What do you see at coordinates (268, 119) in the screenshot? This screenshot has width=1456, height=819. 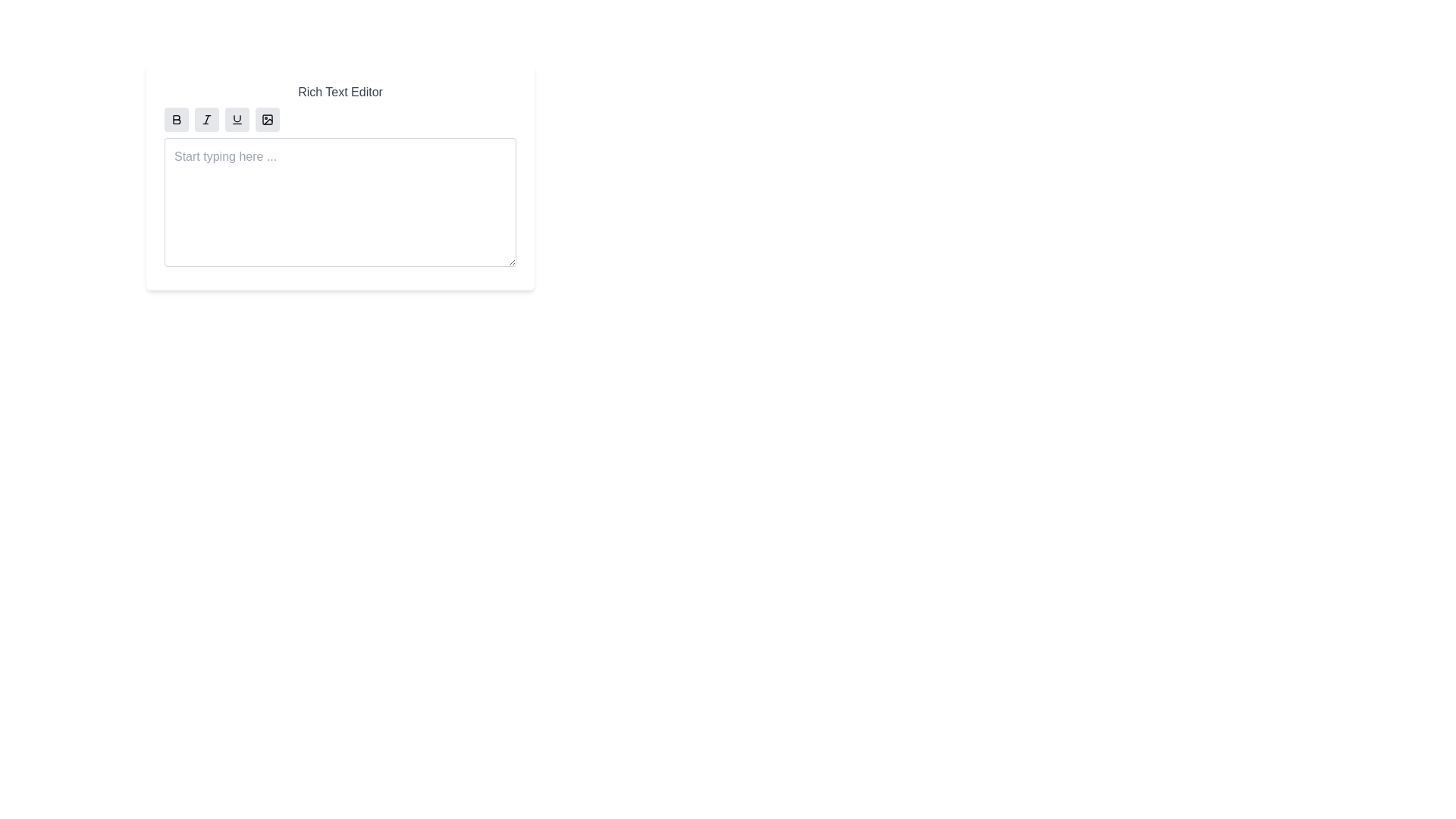 I see `the image insertion icon button in the toolbar of the rich text editor` at bounding box center [268, 119].